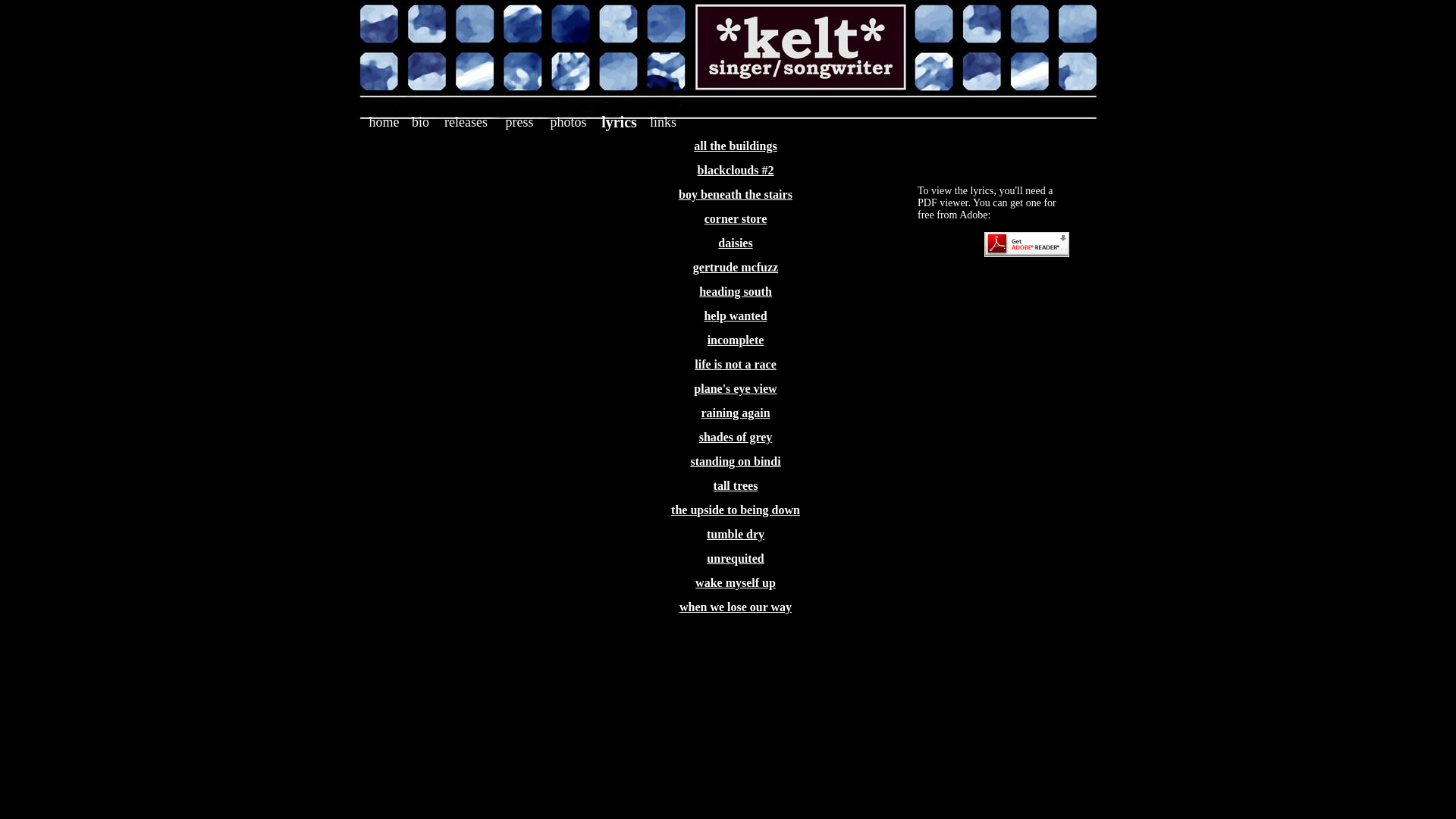  What do you see at coordinates (663, 121) in the screenshot?
I see `'links'` at bounding box center [663, 121].